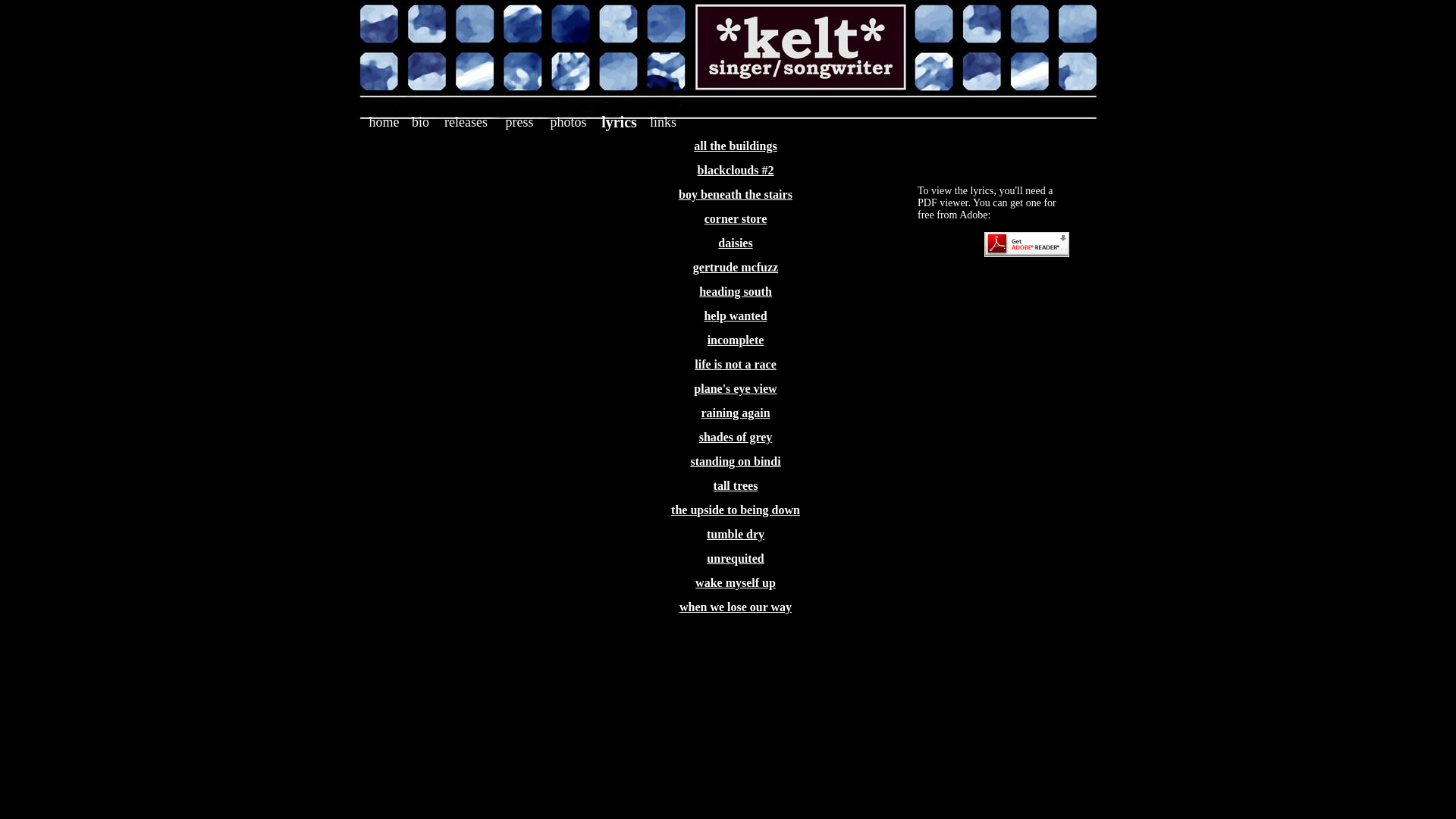  What do you see at coordinates (663, 121) in the screenshot?
I see `'links'` at bounding box center [663, 121].